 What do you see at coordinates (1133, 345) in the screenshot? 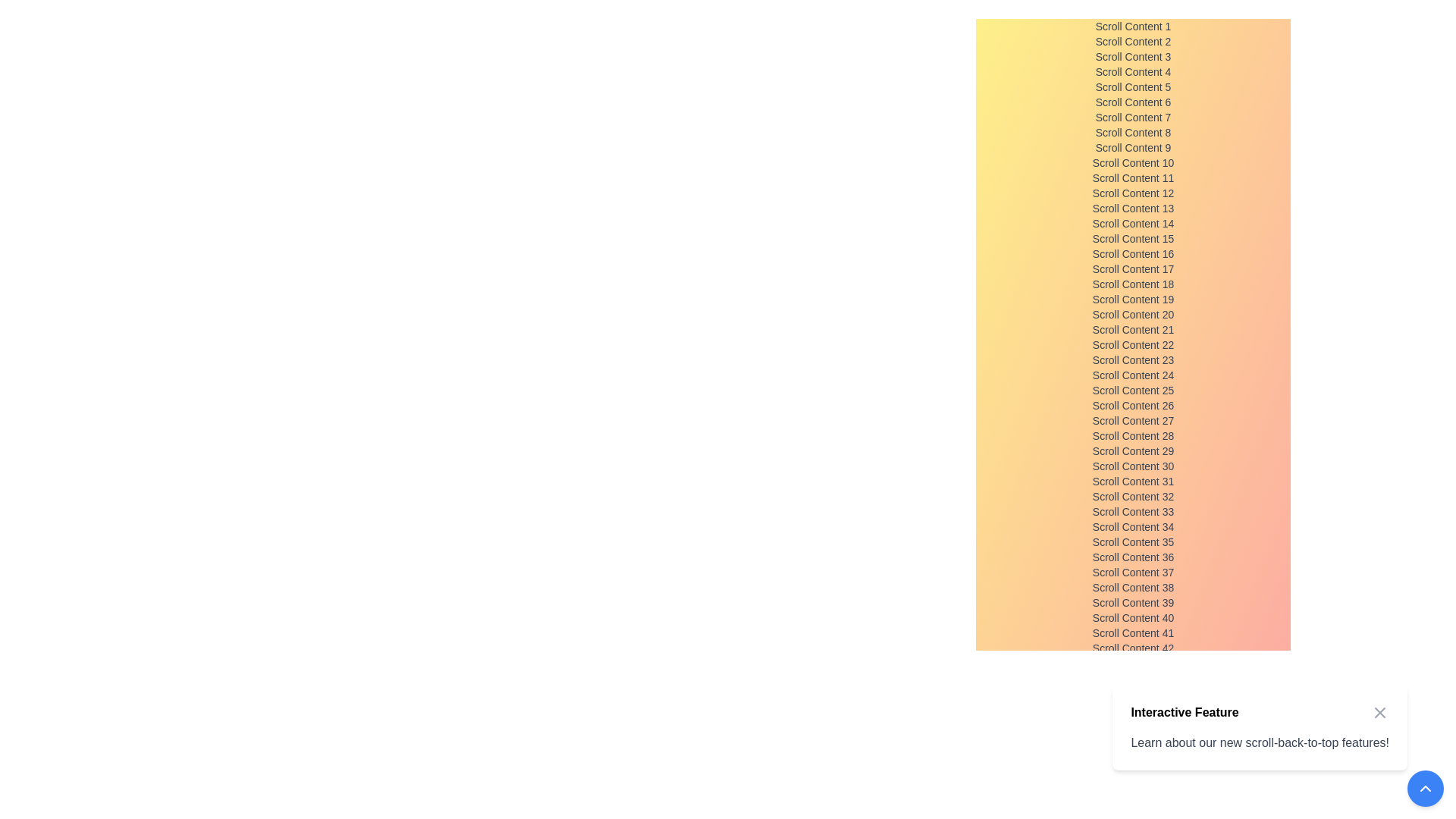
I see `the text label displaying 'Scroll Content 22', which is the 22nd item in a vertically scrollable list` at bounding box center [1133, 345].